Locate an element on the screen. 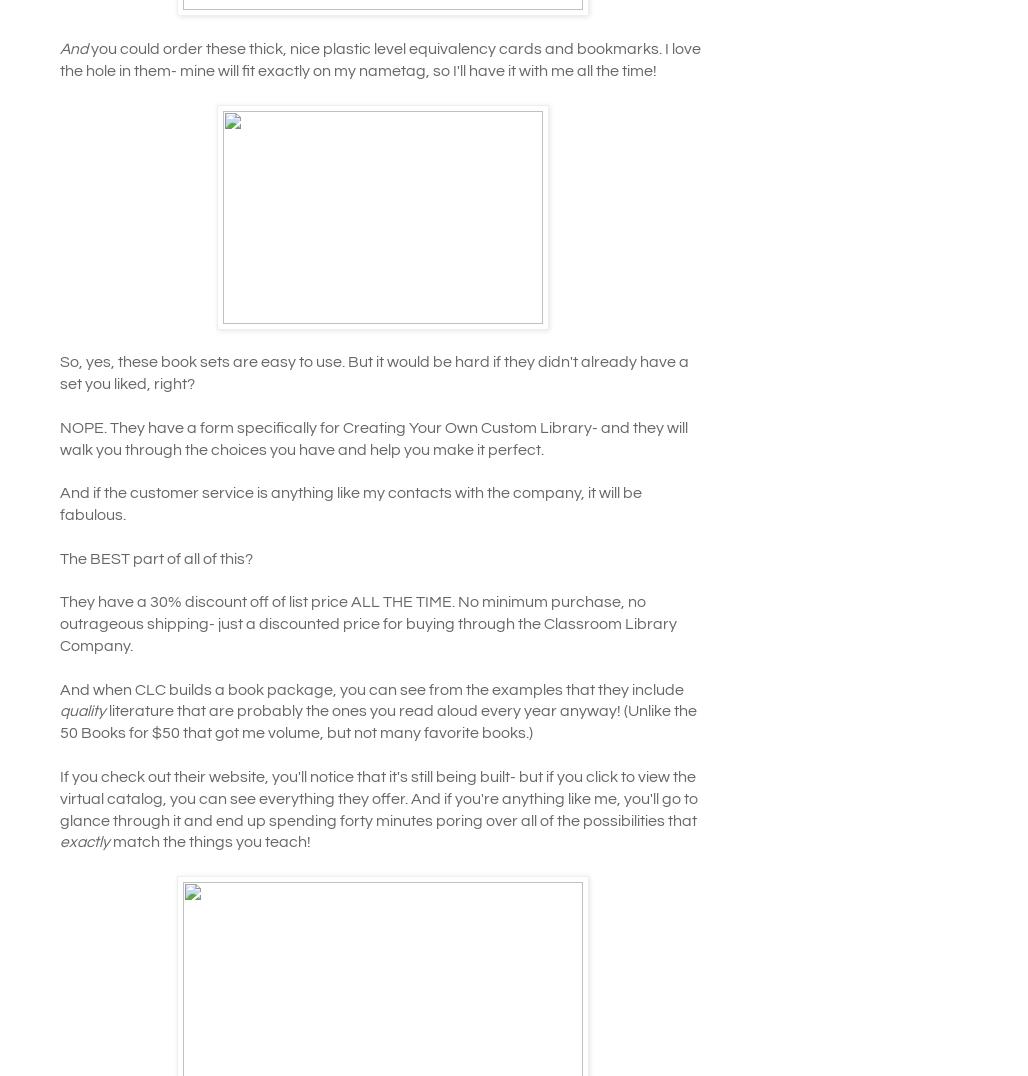 This screenshot has width=1028, height=1076. 'So, yes, these book sets are easy to use. But it would be hard if they didn't already have a set you liked, right?' is located at coordinates (373, 372).